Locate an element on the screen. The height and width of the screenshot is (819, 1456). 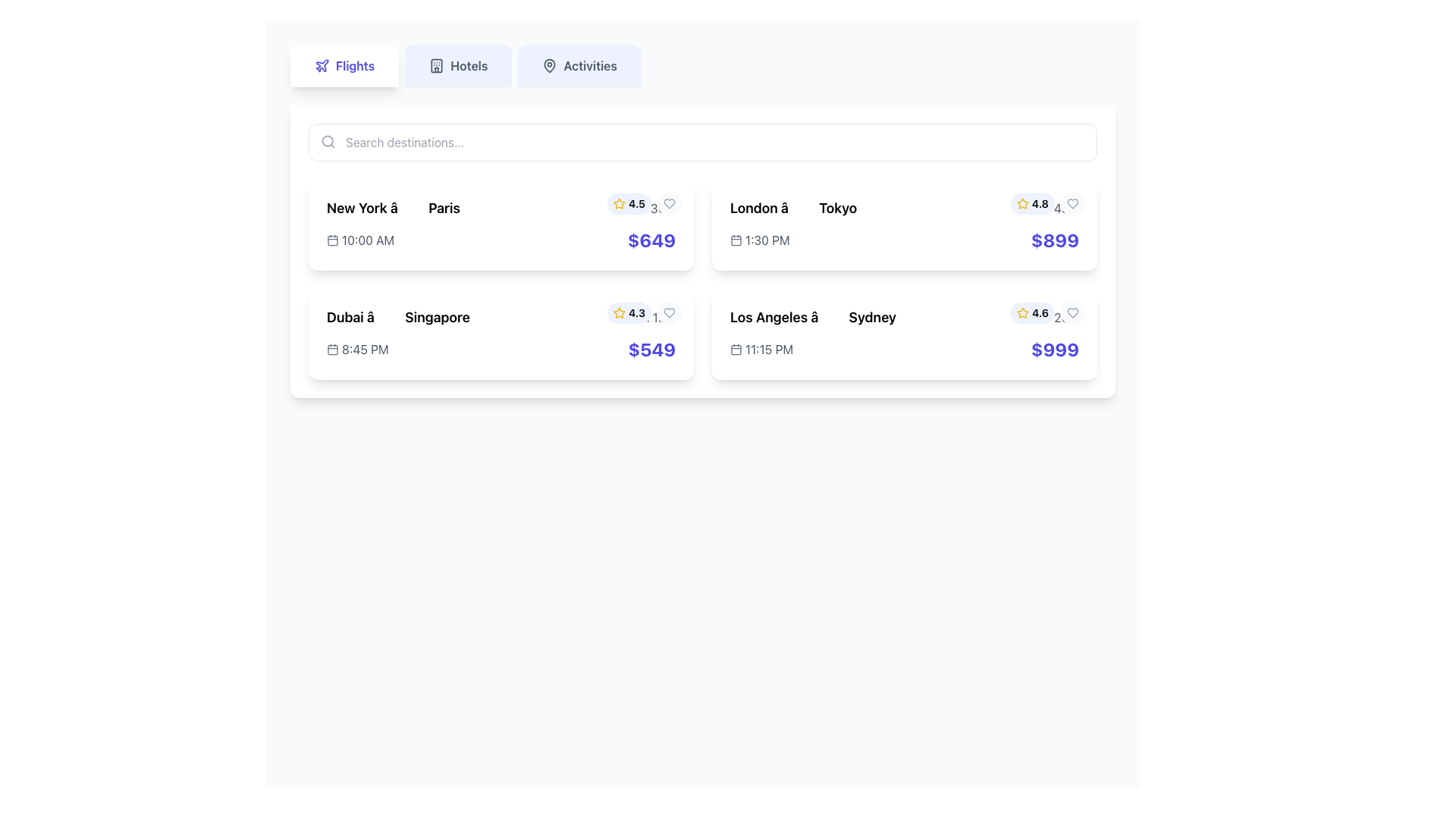
the price display located in the second card of flight options to check for the price breakdown is located at coordinates (501, 350).